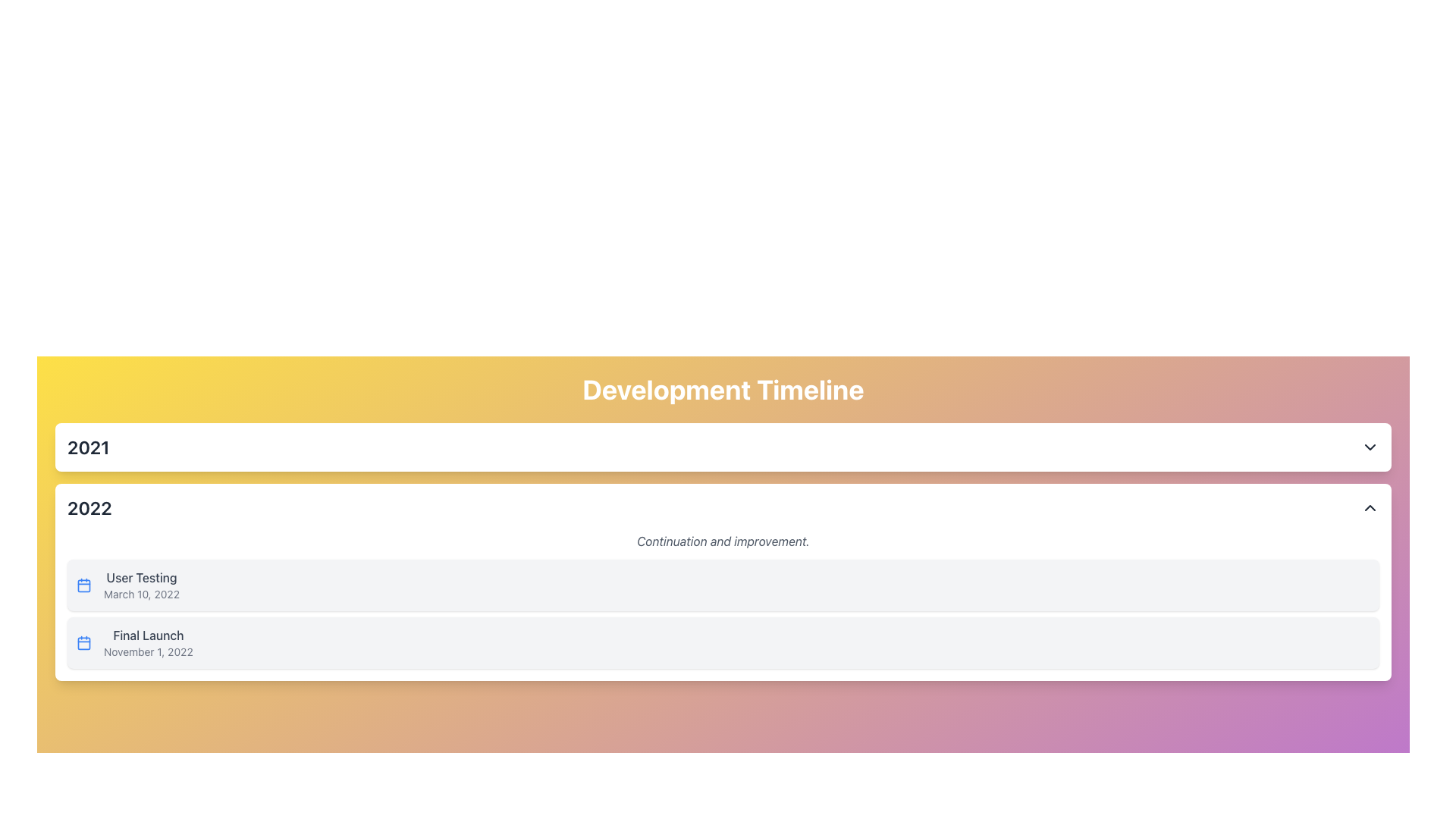  Describe the element at coordinates (148, 651) in the screenshot. I see `visual styling of the text label displaying 'November 1, 2022', which is located below the 'Final Launch' event in the timeline` at that location.